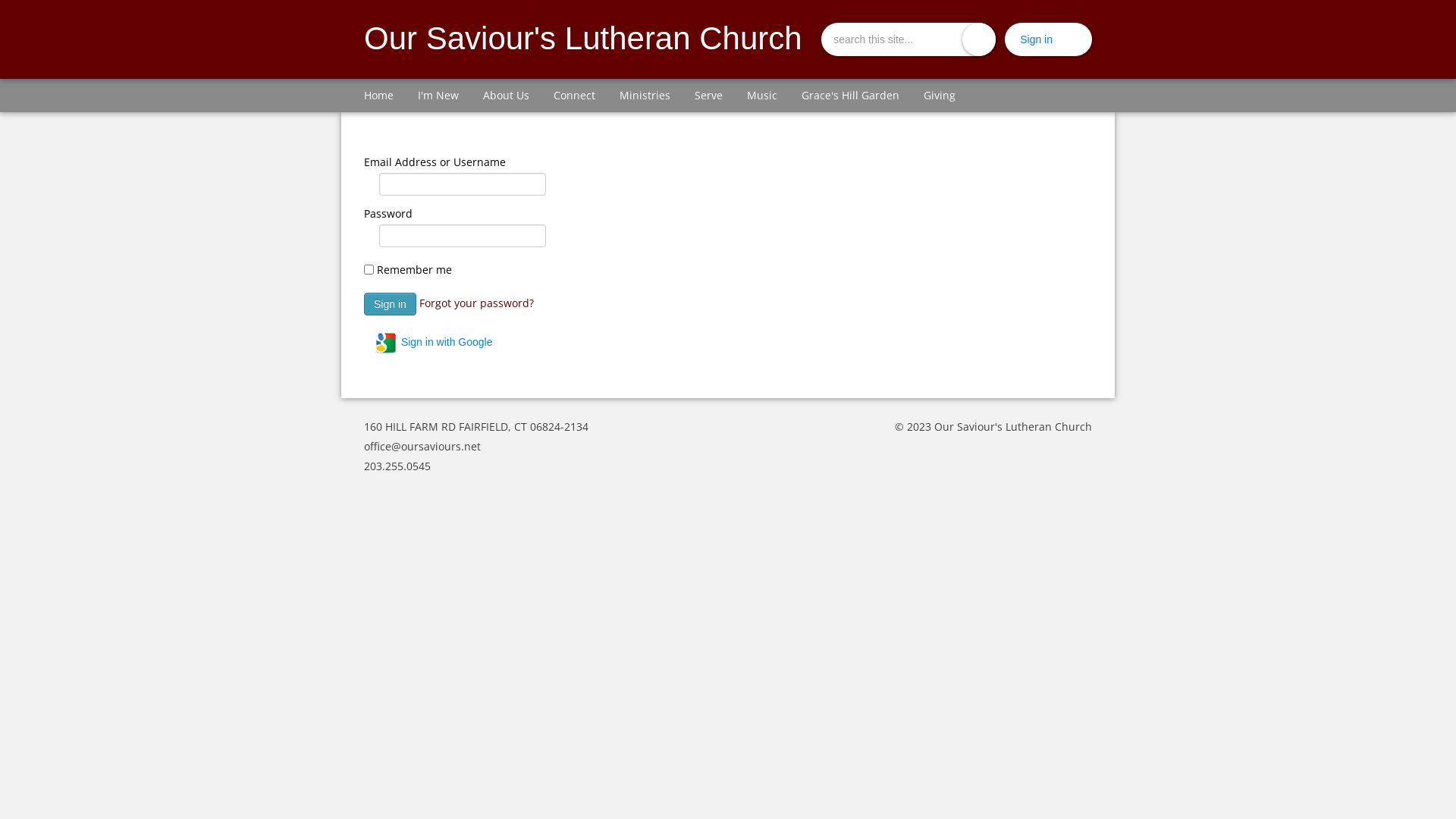 The height and width of the screenshot is (819, 1456). Describe the element at coordinates (378, 95) in the screenshot. I see `'Home'` at that location.